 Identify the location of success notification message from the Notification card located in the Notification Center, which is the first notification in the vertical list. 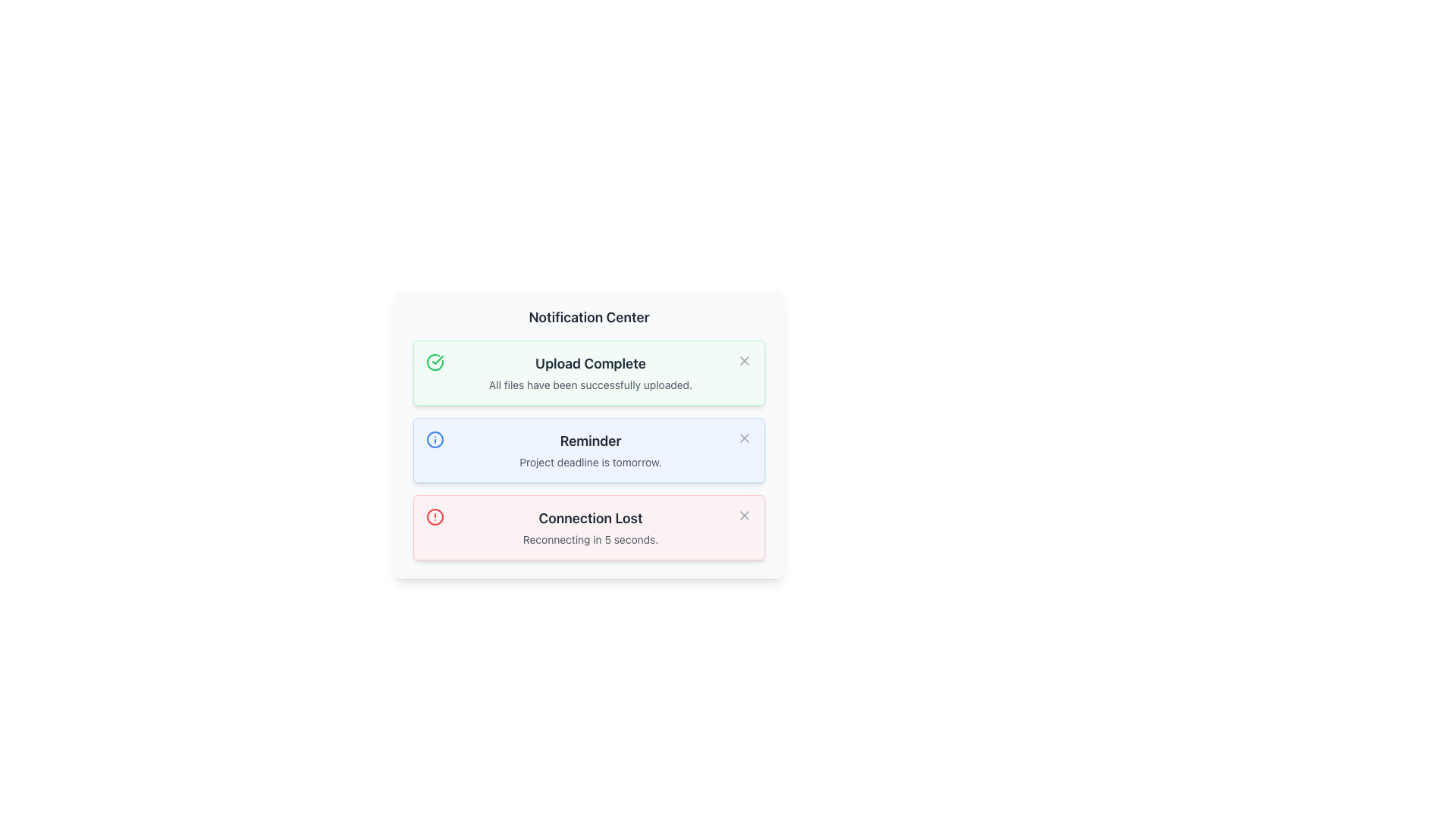
(588, 373).